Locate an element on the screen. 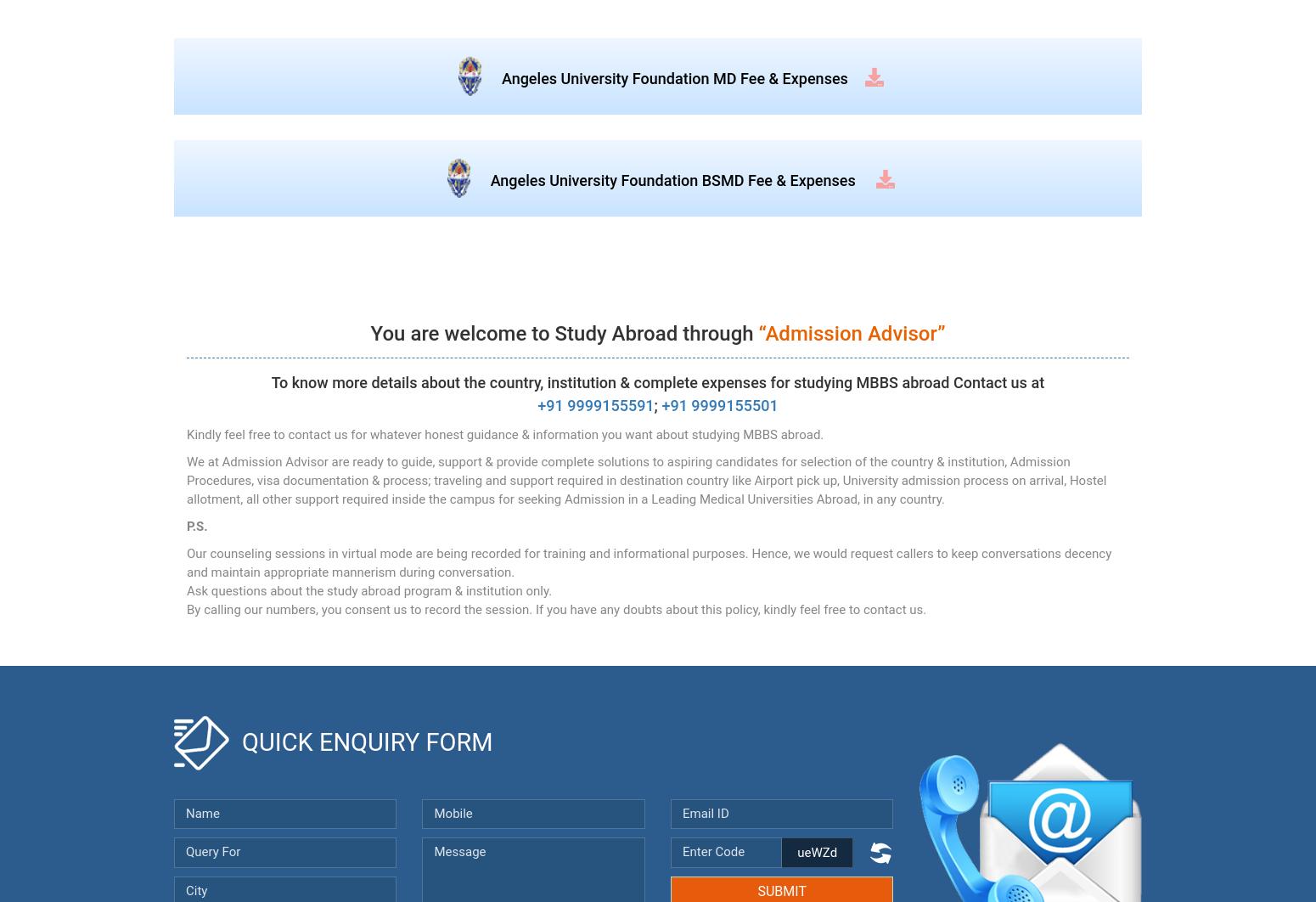  'Our counseling sessions in virtual mode are being recorded for training and informational purposes. Hence, we would request callers to keep conversations decency and maintain appropriate mannerism during conversation.' is located at coordinates (185, 563).